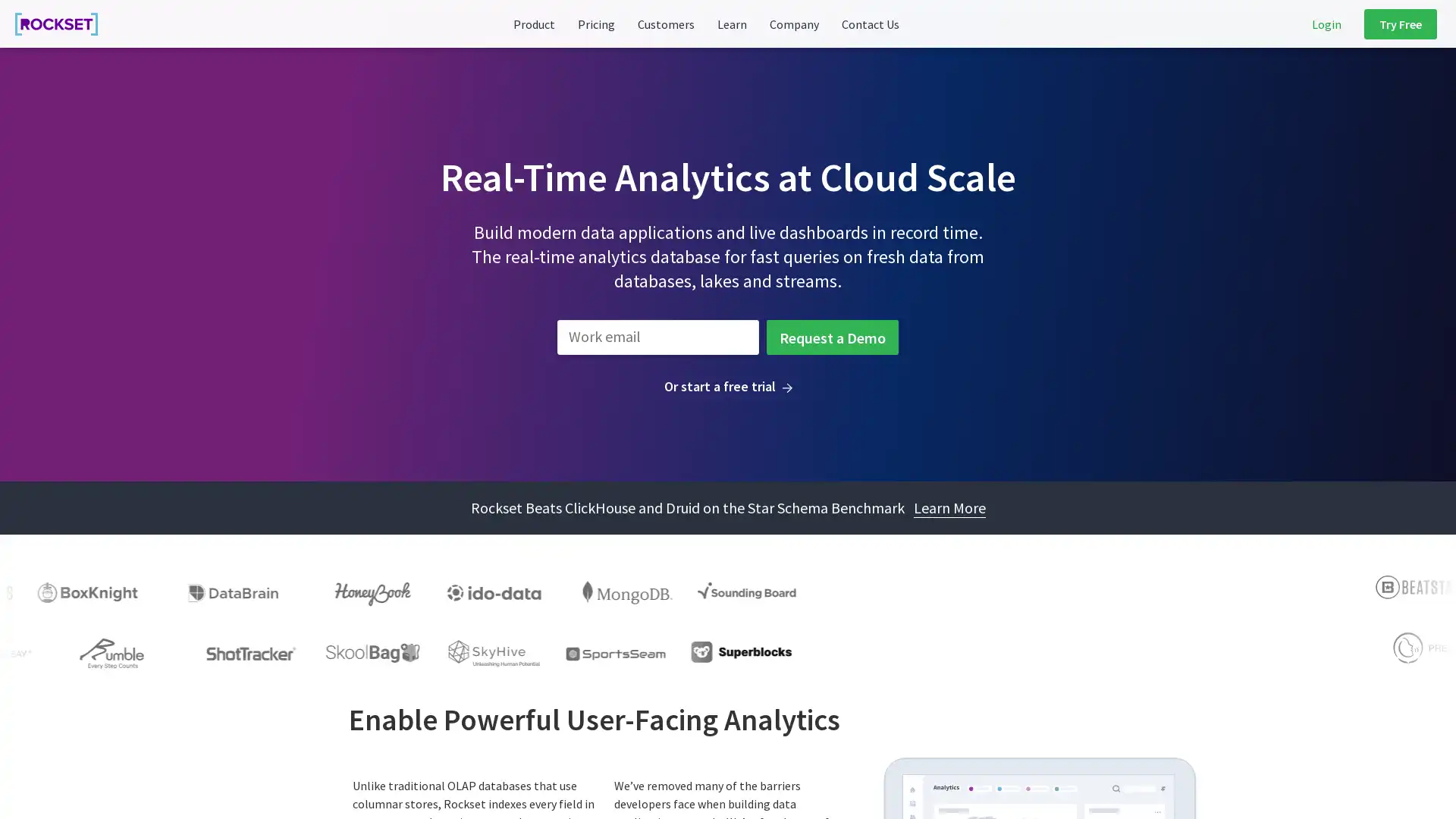 The height and width of the screenshot is (819, 1456). What do you see at coordinates (1430, 789) in the screenshot?
I see `Close` at bounding box center [1430, 789].